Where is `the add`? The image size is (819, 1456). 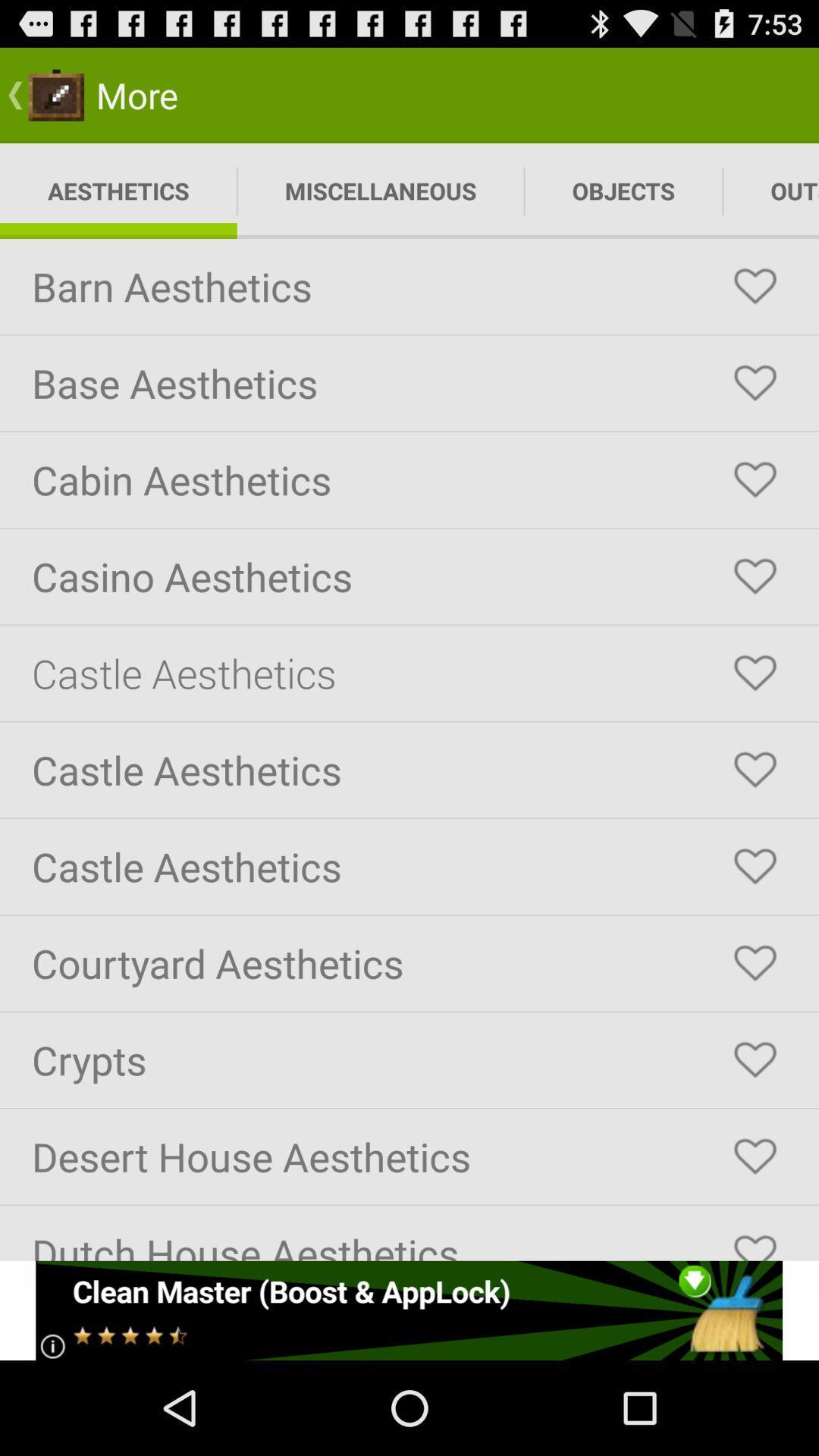 the add is located at coordinates (408, 1310).